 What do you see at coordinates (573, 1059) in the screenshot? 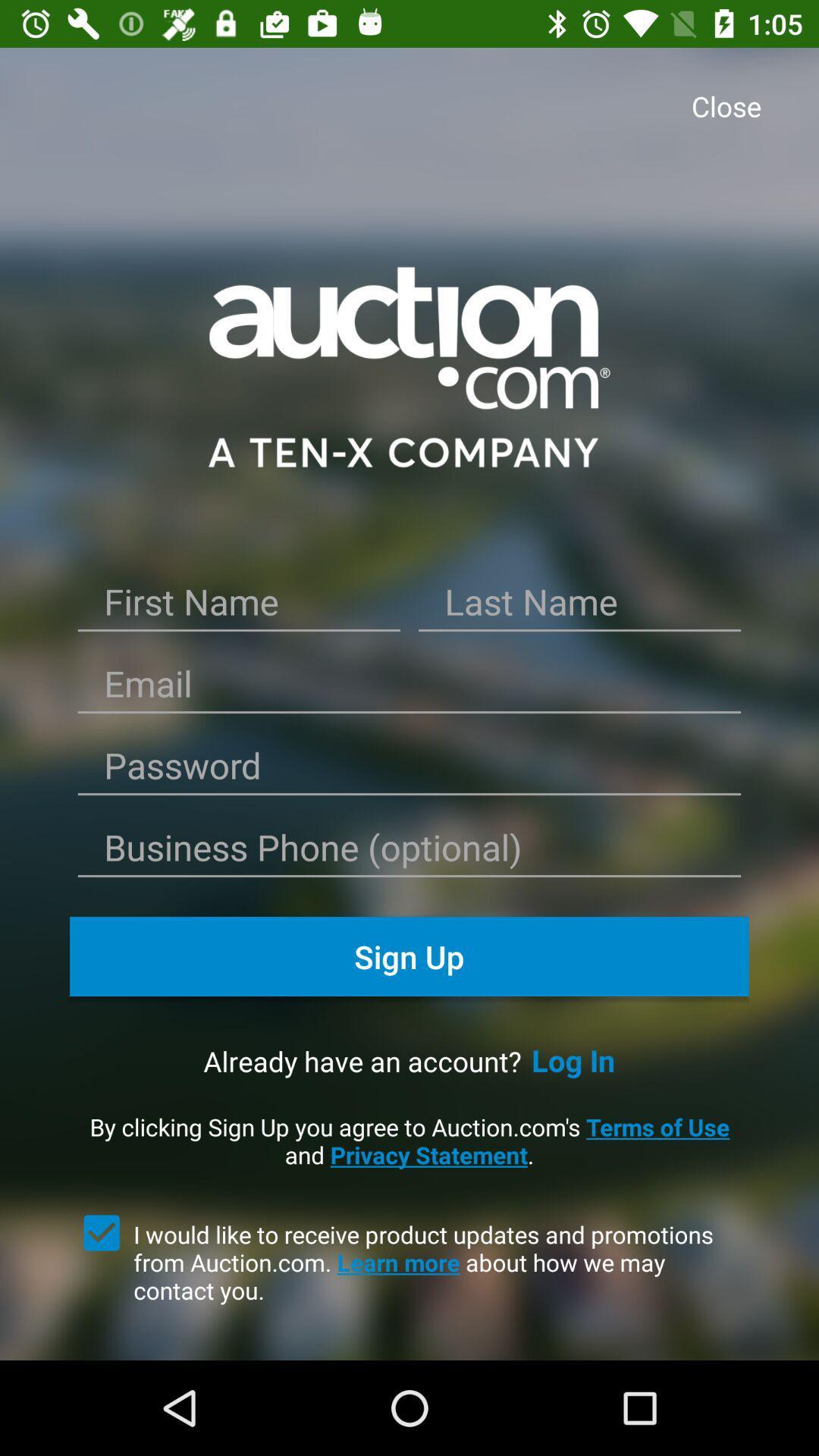
I see `item at the bottom right corner` at bounding box center [573, 1059].